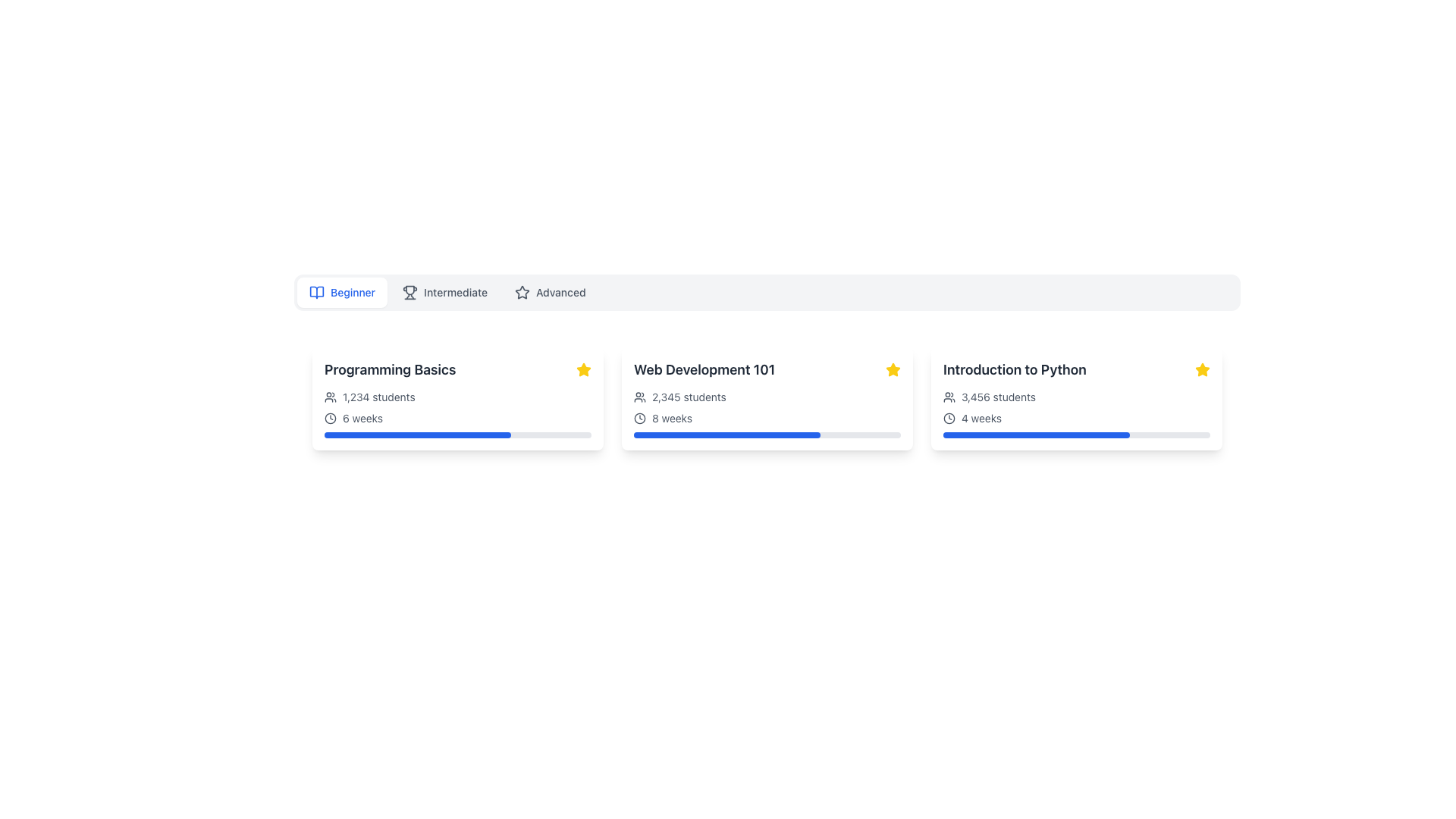 This screenshot has height=819, width=1456. Describe the element at coordinates (1201, 370) in the screenshot. I see `the yellow filled star icon located in the upper-right corner of the 'Introduction to Python' card, which serves as a rating or favorite indicator` at that location.